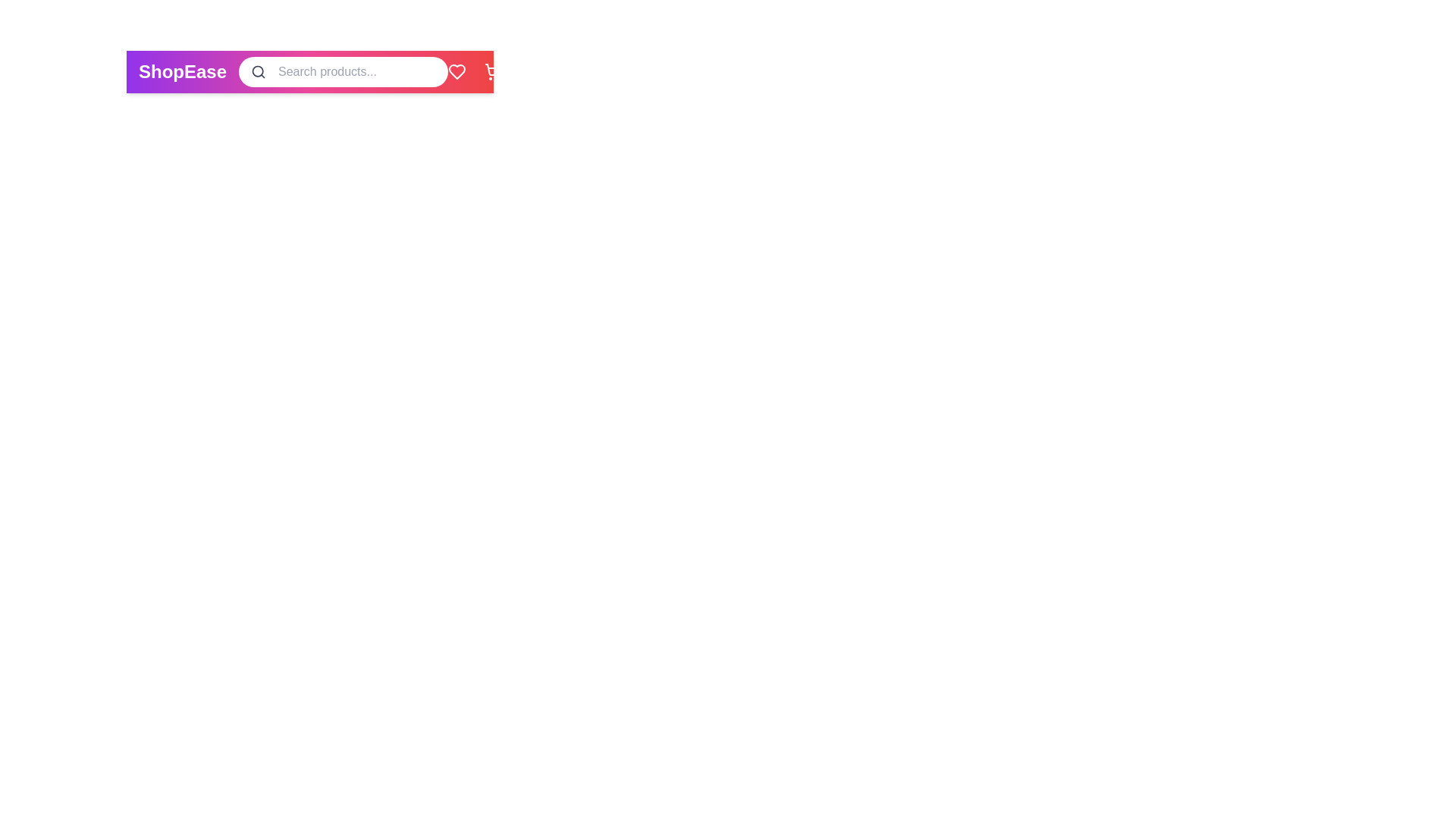 The image size is (1456, 819). I want to click on the 'ShopEase' brand logo to navigate to the homepage, so click(182, 72).